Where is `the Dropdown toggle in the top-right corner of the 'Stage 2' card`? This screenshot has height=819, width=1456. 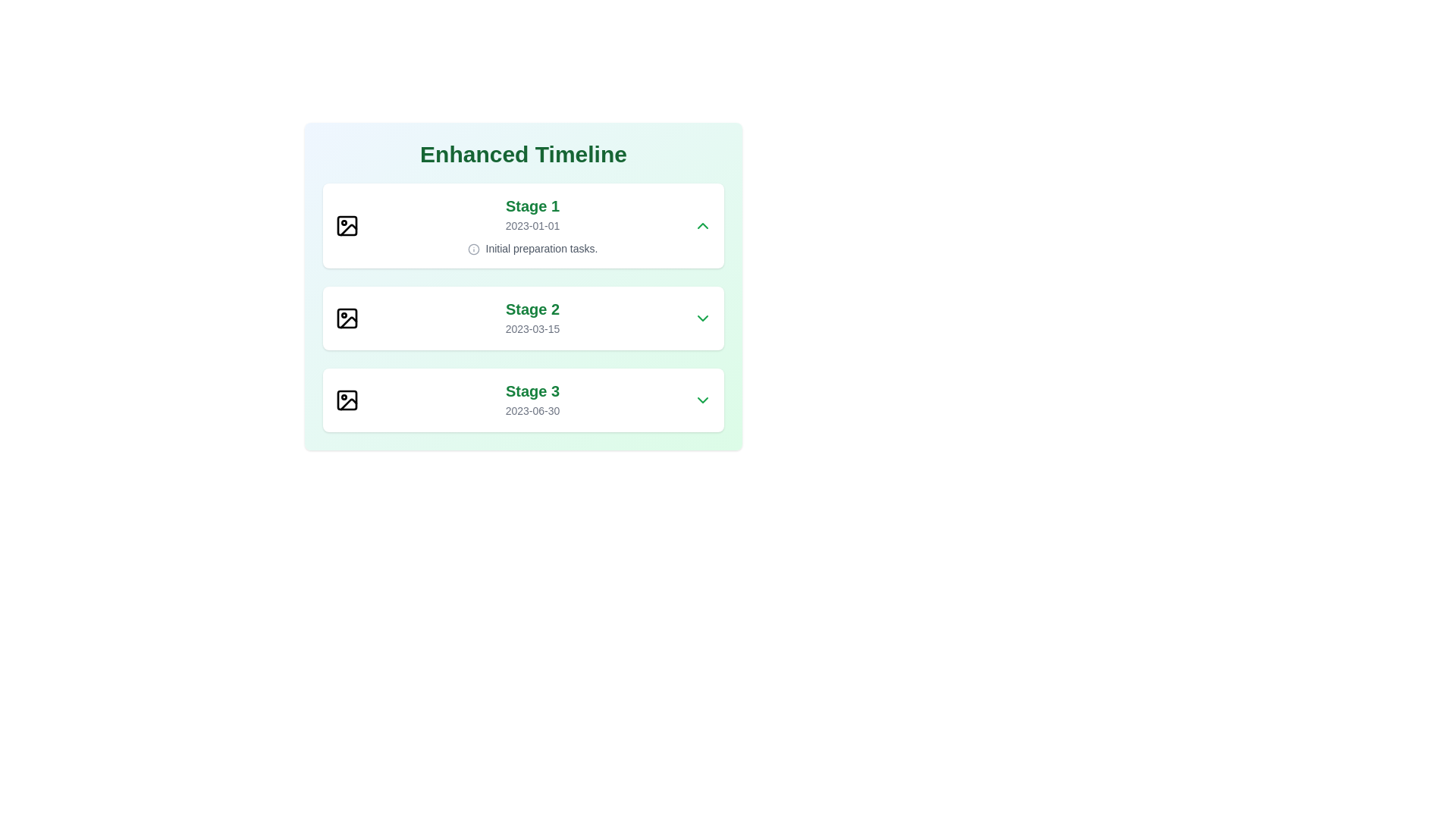
the Dropdown toggle in the top-right corner of the 'Stage 2' card is located at coordinates (701, 318).